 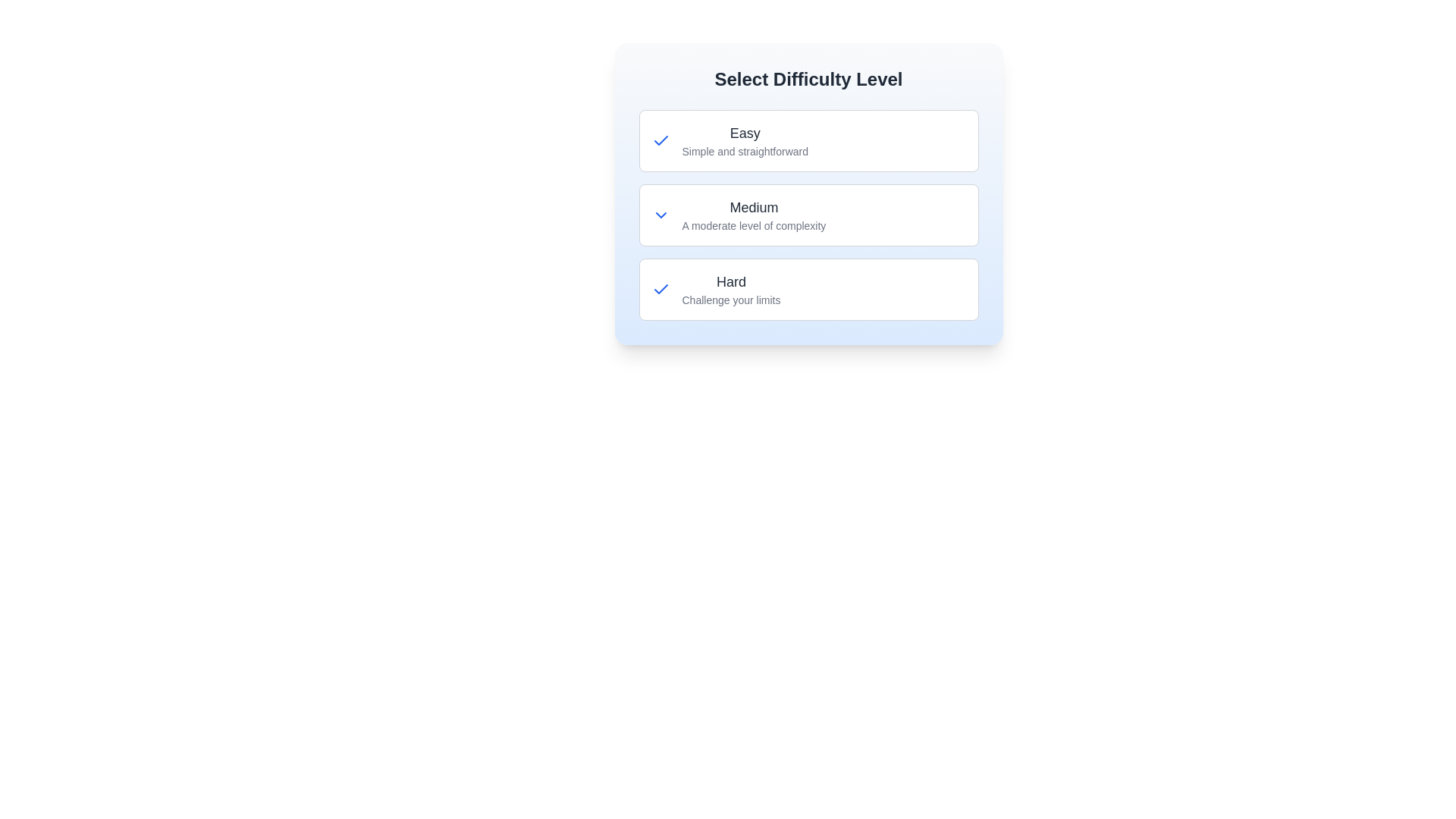 I want to click on the selectable list item with the heading 'Medium' for a visual cue, so click(x=754, y=215).